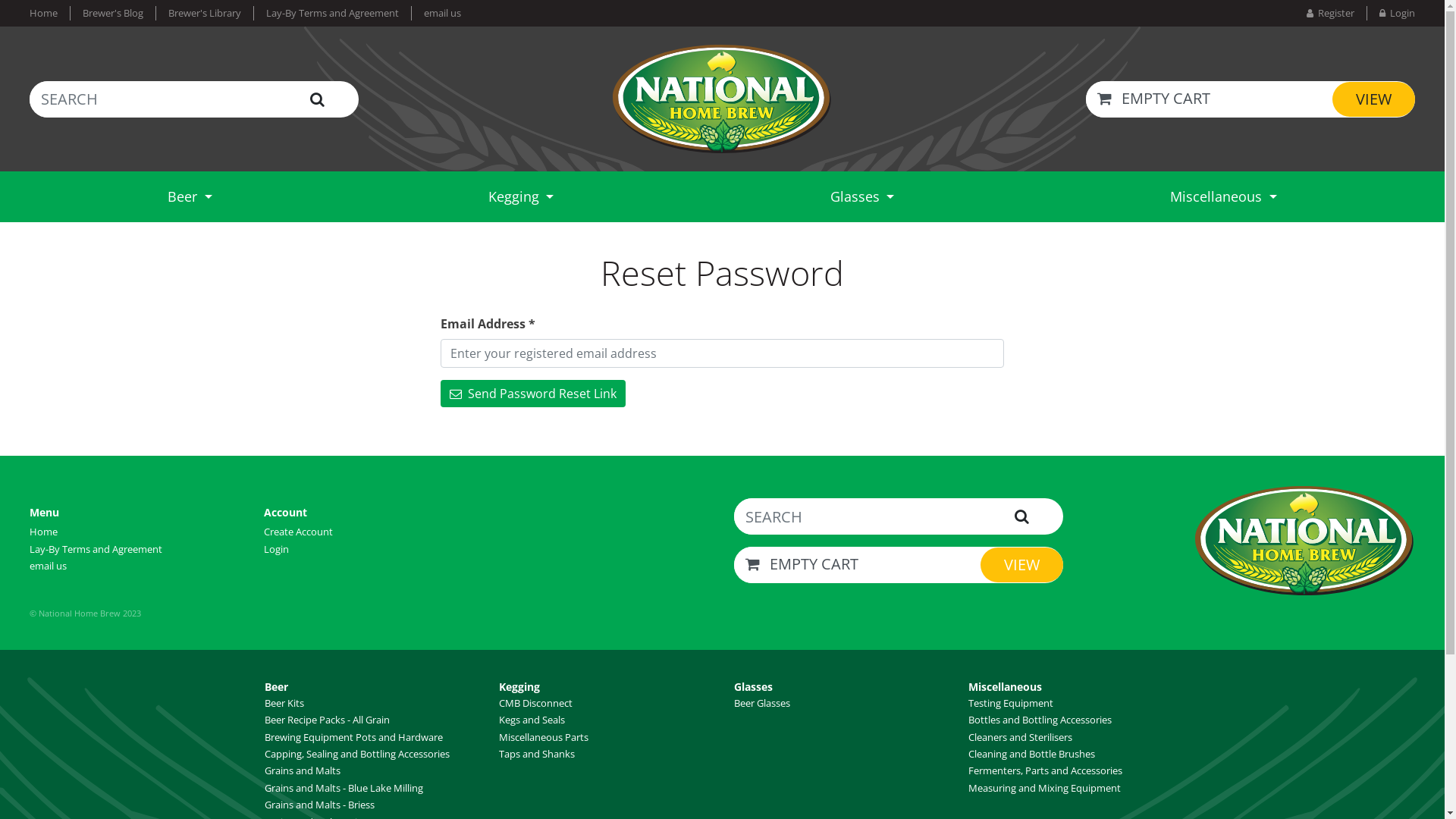 This screenshot has width=1456, height=819. What do you see at coordinates (1020, 736) in the screenshot?
I see `'Cleaners and Sterilisers'` at bounding box center [1020, 736].